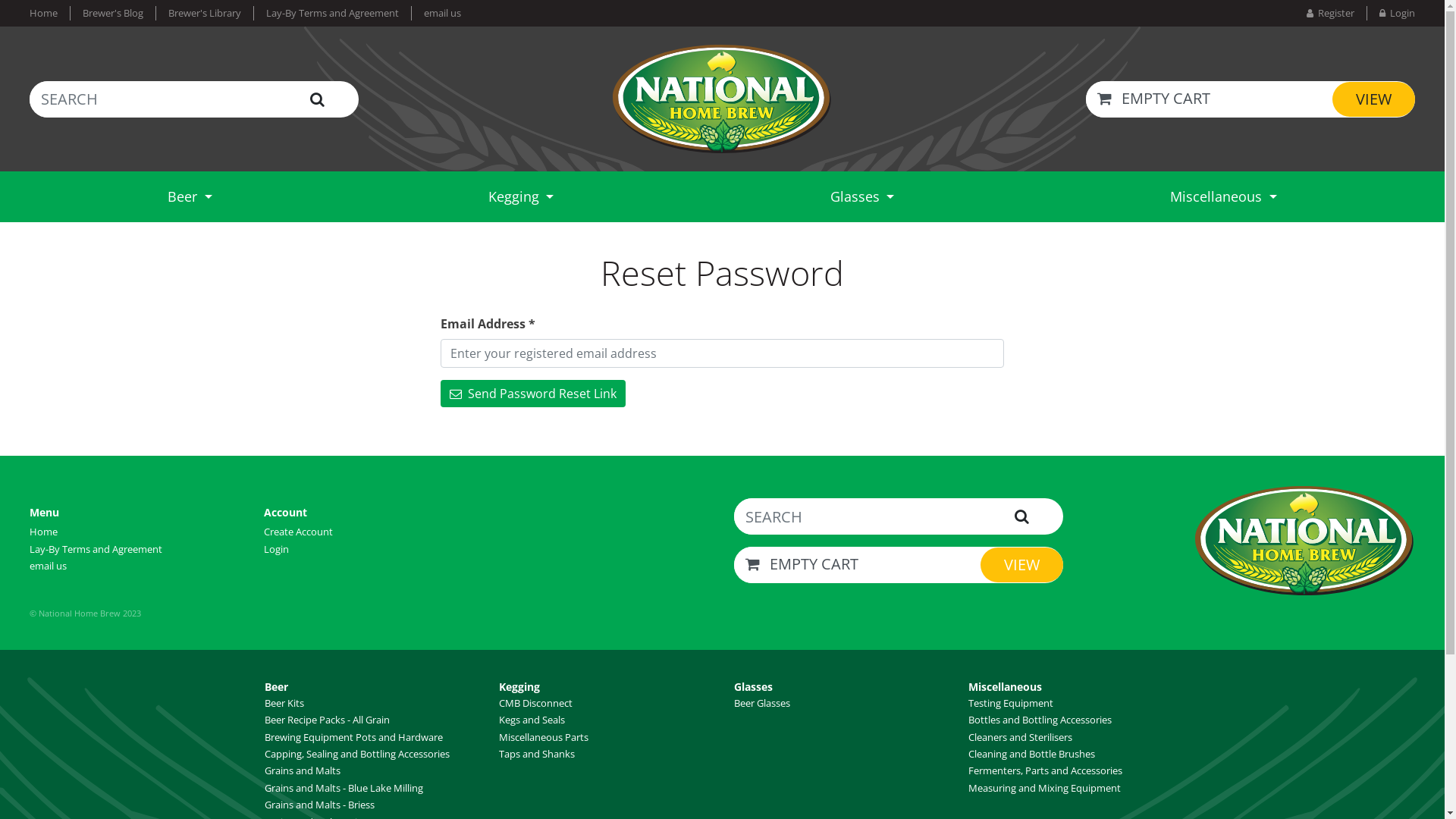 This screenshot has width=1456, height=819. What do you see at coordinates (1020, 736) in the screenshot?
I see `'Cleaners and Sterilisers'` at bounding box center [1020, 736].